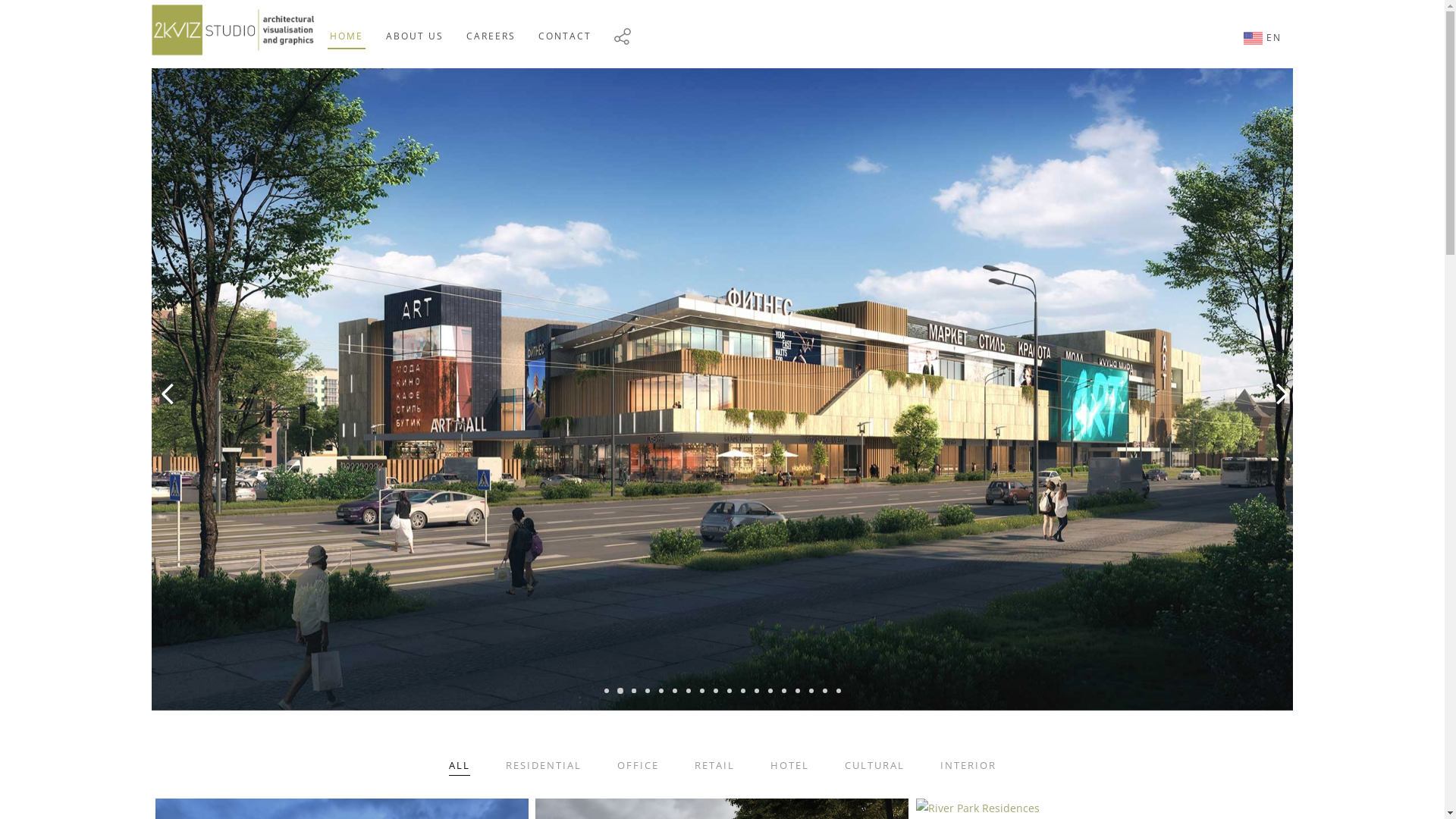  What do you see at coordinates (638, 766) in the screenshot?
I see `'OFFICE'` at bounding box center [638, 766].